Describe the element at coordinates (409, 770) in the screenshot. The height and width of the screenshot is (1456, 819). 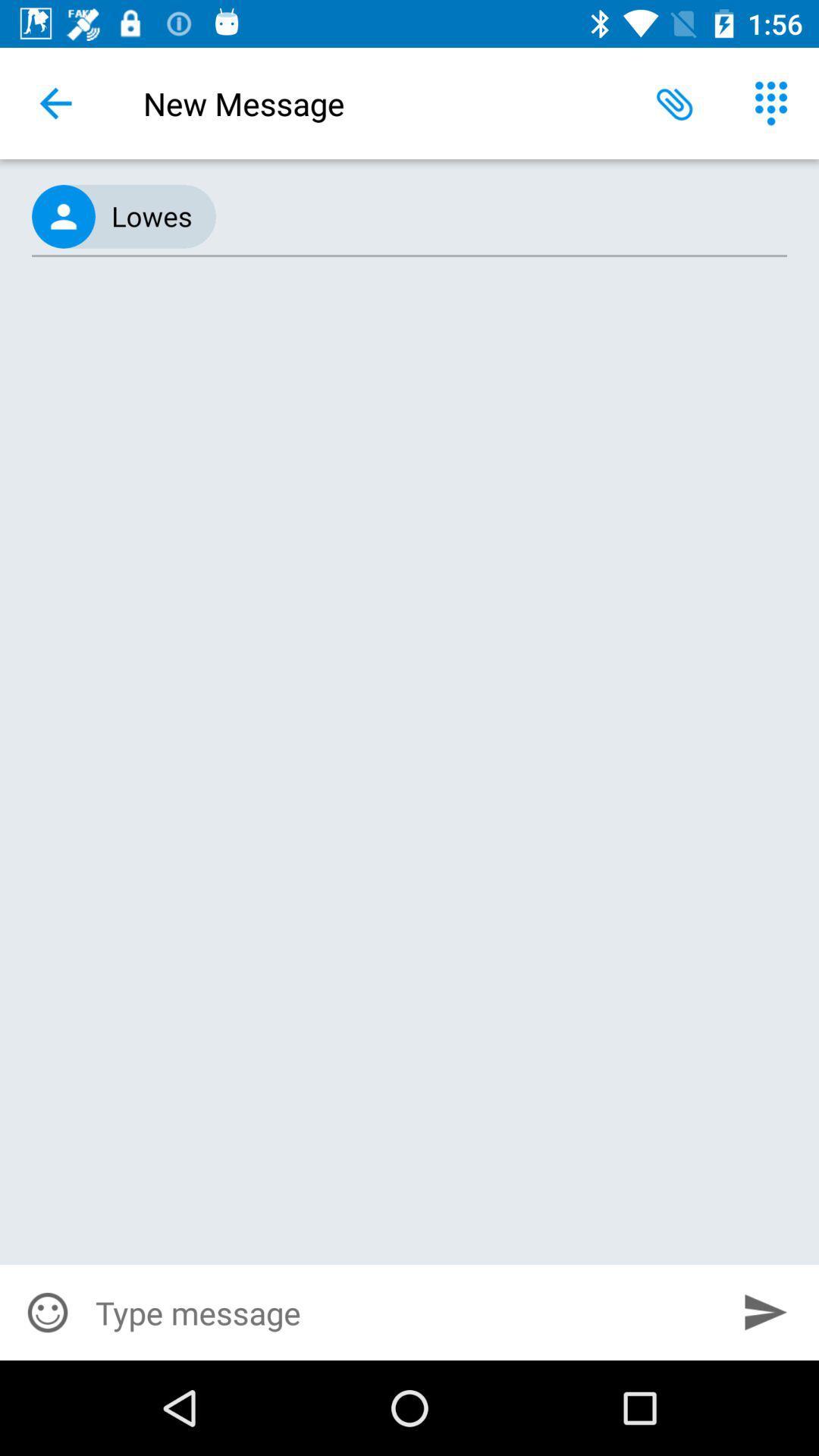
I see `item at the center` at that location.